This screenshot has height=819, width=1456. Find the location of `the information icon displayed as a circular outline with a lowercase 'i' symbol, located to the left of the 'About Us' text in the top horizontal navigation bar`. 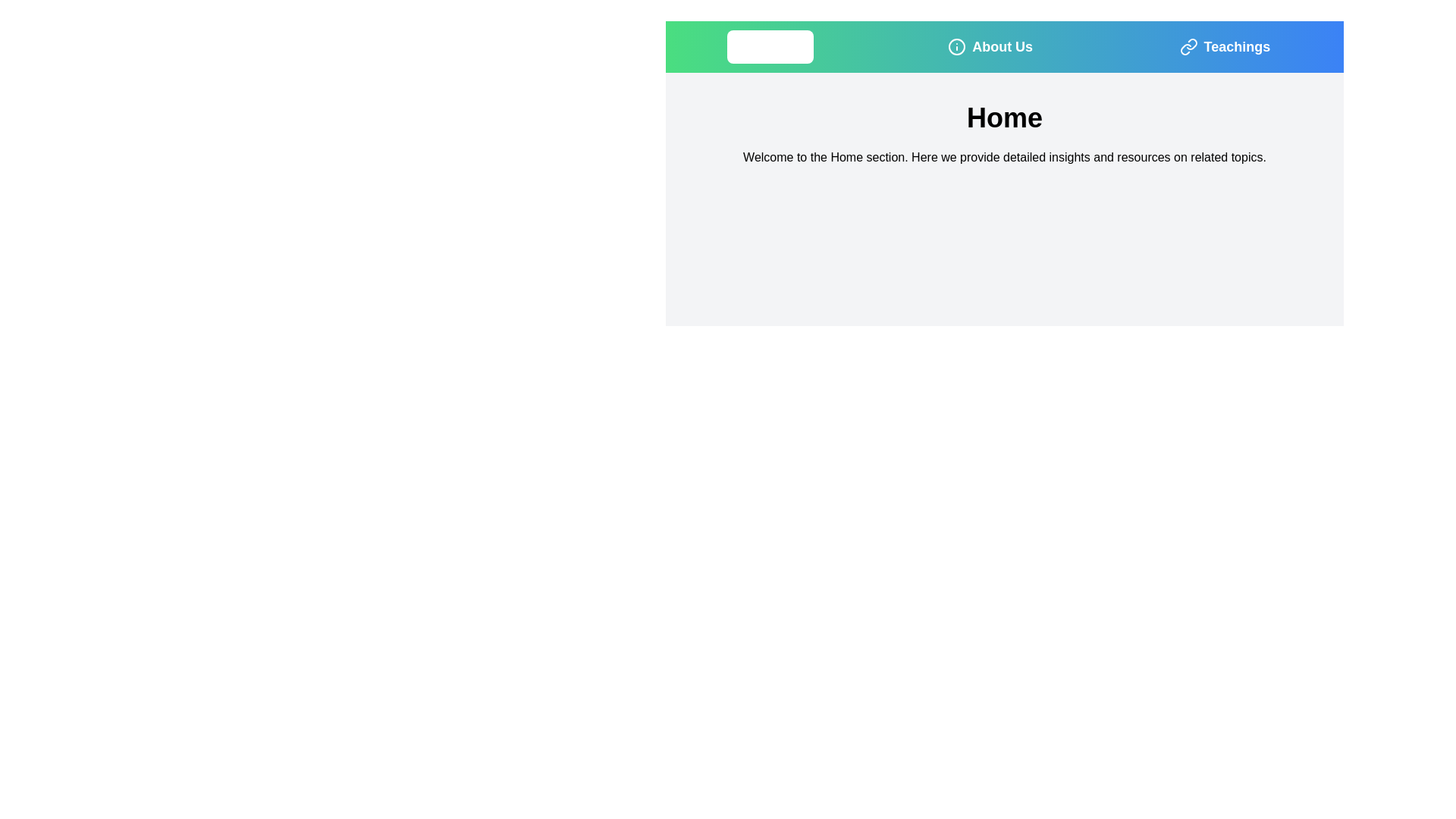

the information icon displayed as a circular outline with a lowercase 'i' symbol, located to the left of the 'About Us' text in the top horizontal navigation bar is located at coordinates (956, 45).